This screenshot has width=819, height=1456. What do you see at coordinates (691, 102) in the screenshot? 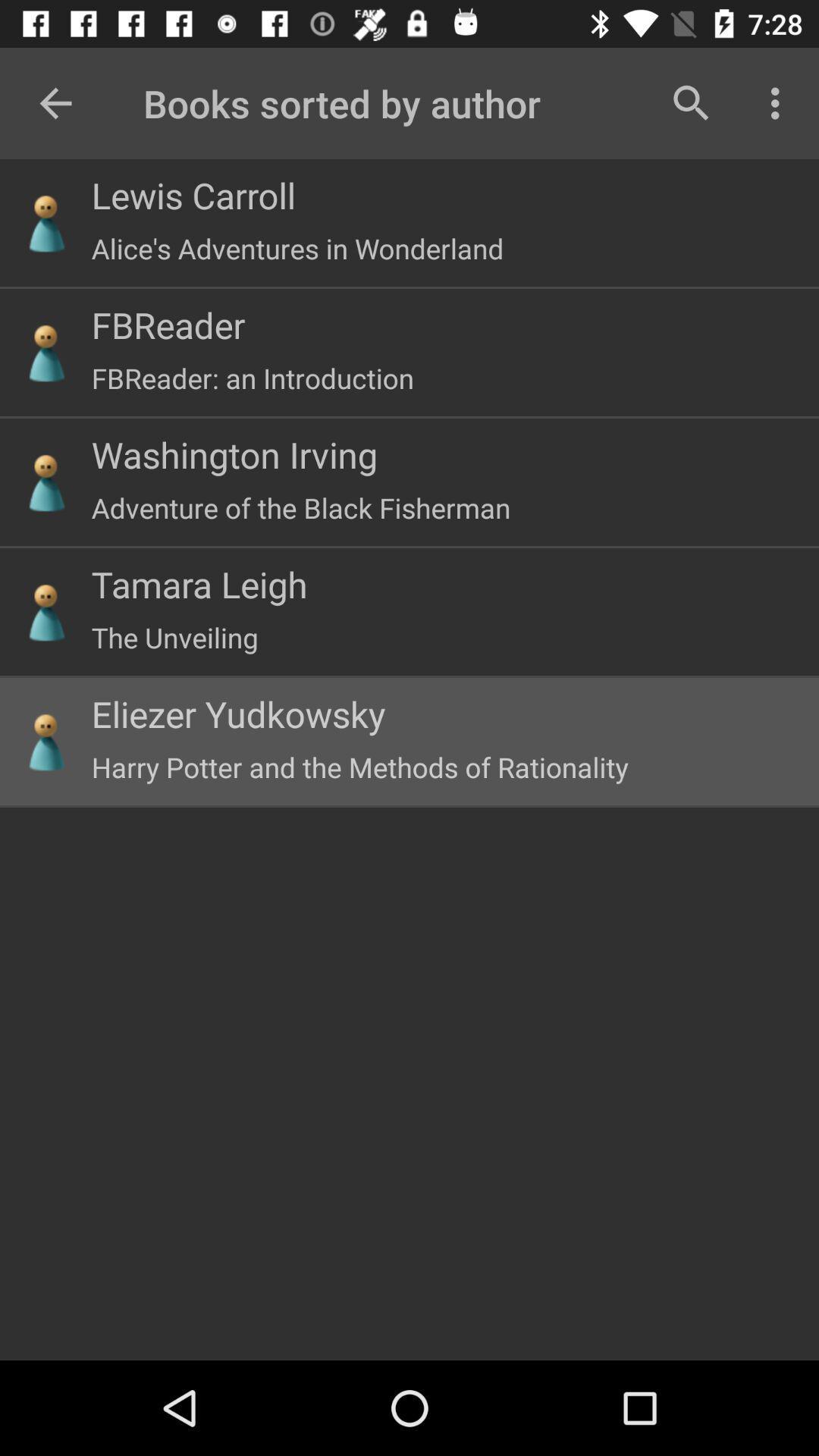
I see `the item to the right of books sorted by icon` at bounding box center [691, 102].